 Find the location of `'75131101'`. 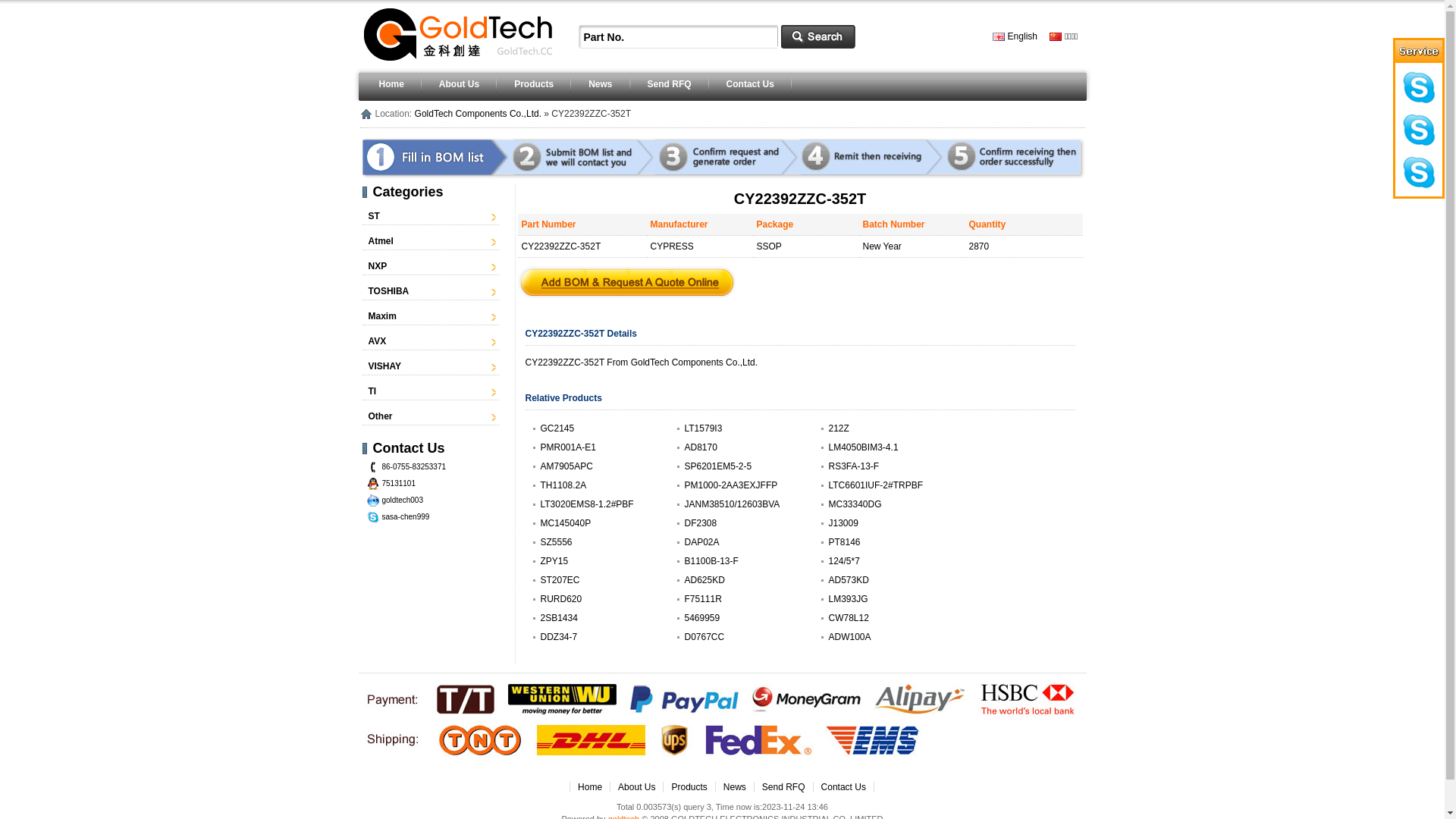

'75131101' is located at coordinates (399, 483).